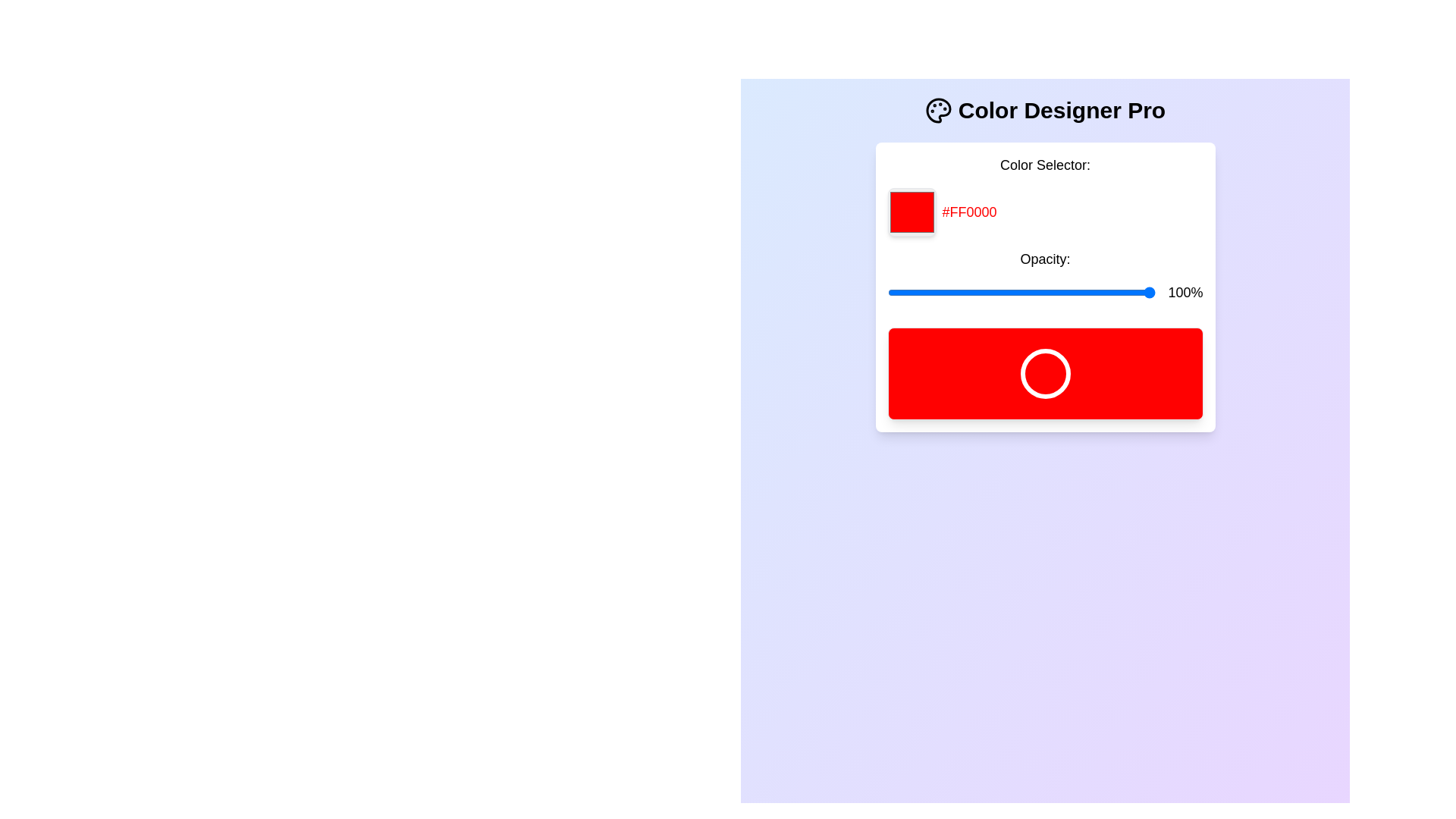 This screenshot has width=1456, height=819. Describe the element at coordinates (1102, 292) in the screenshot. I see `the opacity slider` at that location.